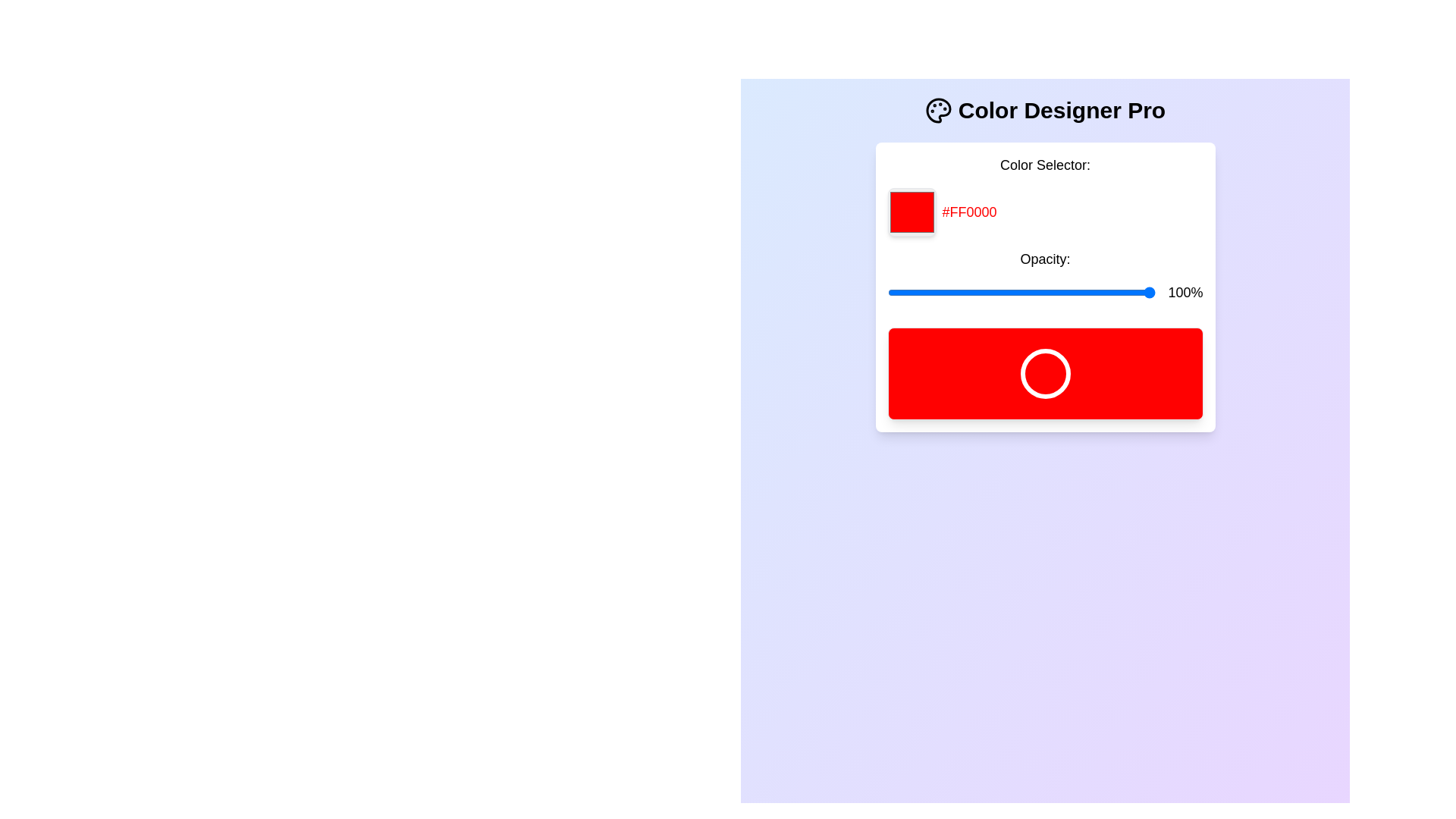 This screenshot has width=1456, height=819. Describe the element at coordinates (1102, 292) in the screenshot. I see `the opacity slider` at that location.